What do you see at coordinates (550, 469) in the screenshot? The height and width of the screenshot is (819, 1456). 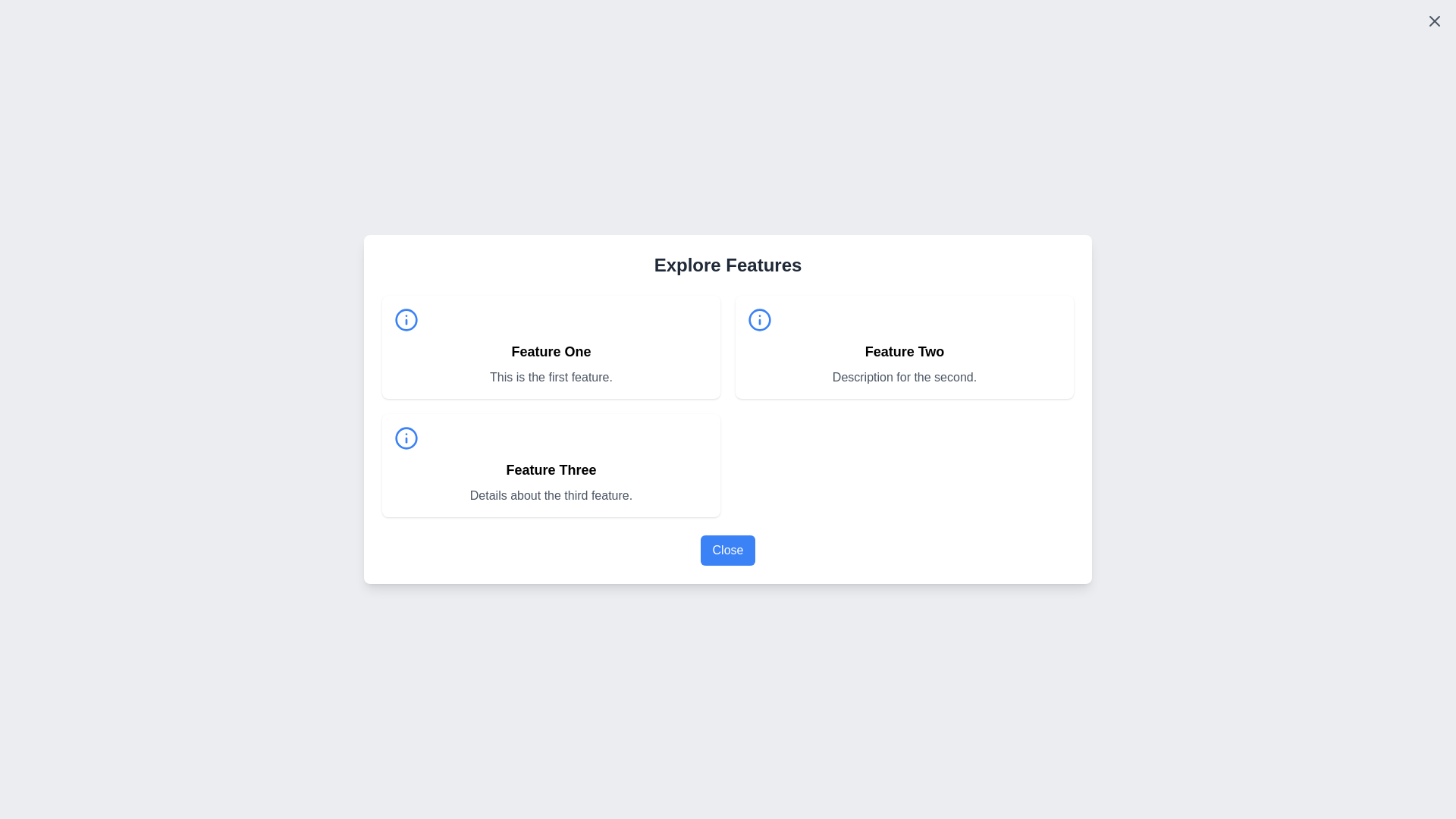 I see `the title text of the third feature in the 'Explore Features' interface to associate it with its description below` at bounding box center [550, 469].